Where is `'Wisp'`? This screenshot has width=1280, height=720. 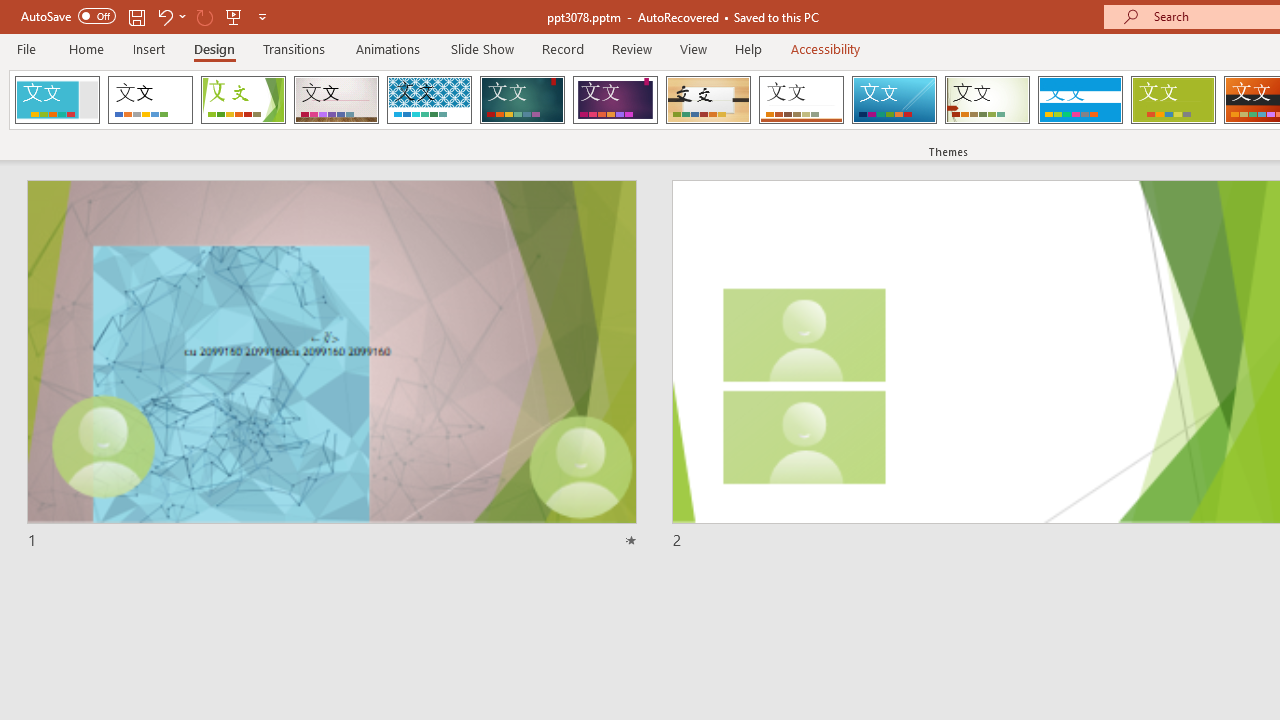 'Wisp' is located at coordinates (987, 100).